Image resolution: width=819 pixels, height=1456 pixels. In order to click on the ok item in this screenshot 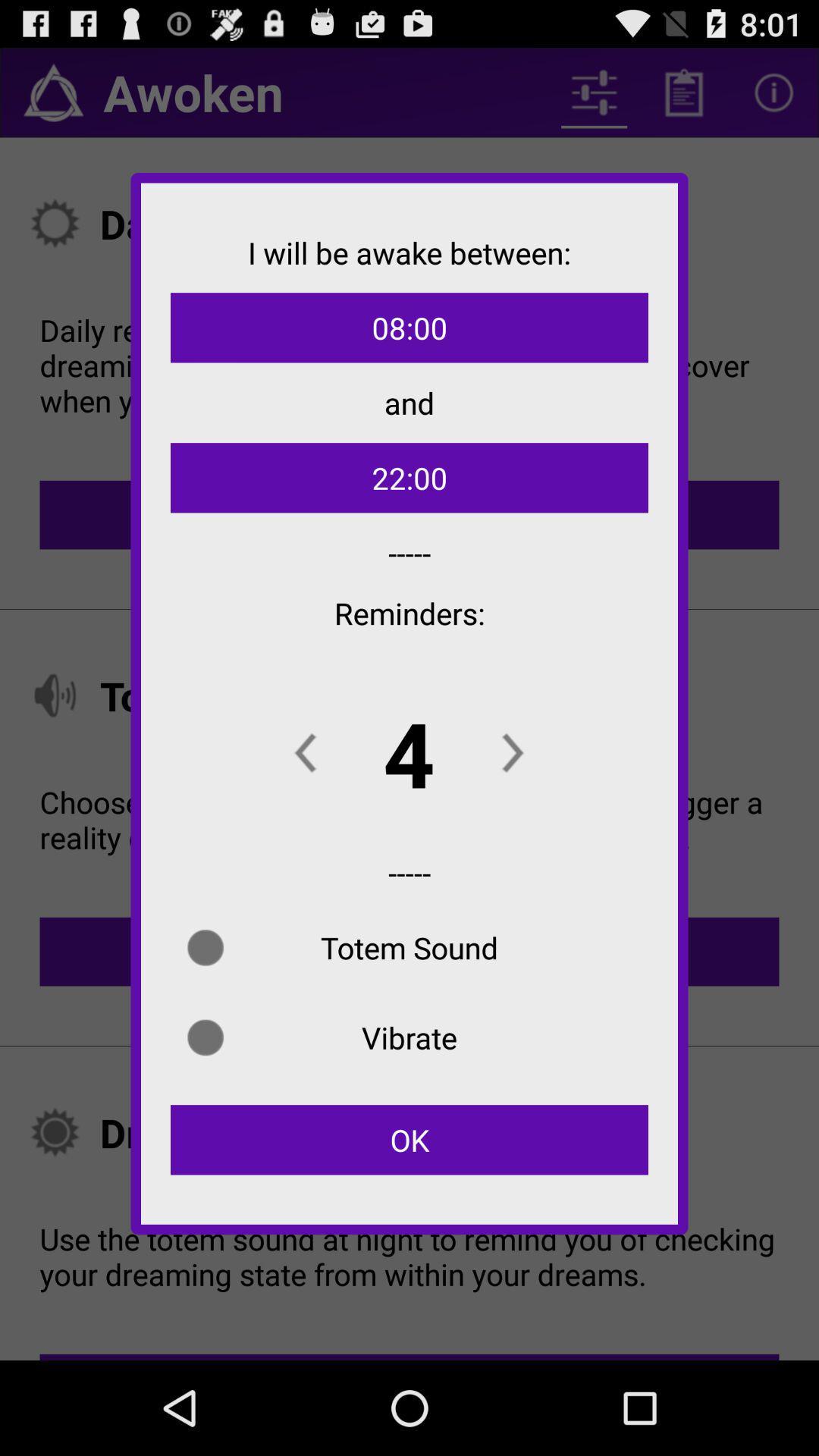, I will do `click(409, 1140)`.